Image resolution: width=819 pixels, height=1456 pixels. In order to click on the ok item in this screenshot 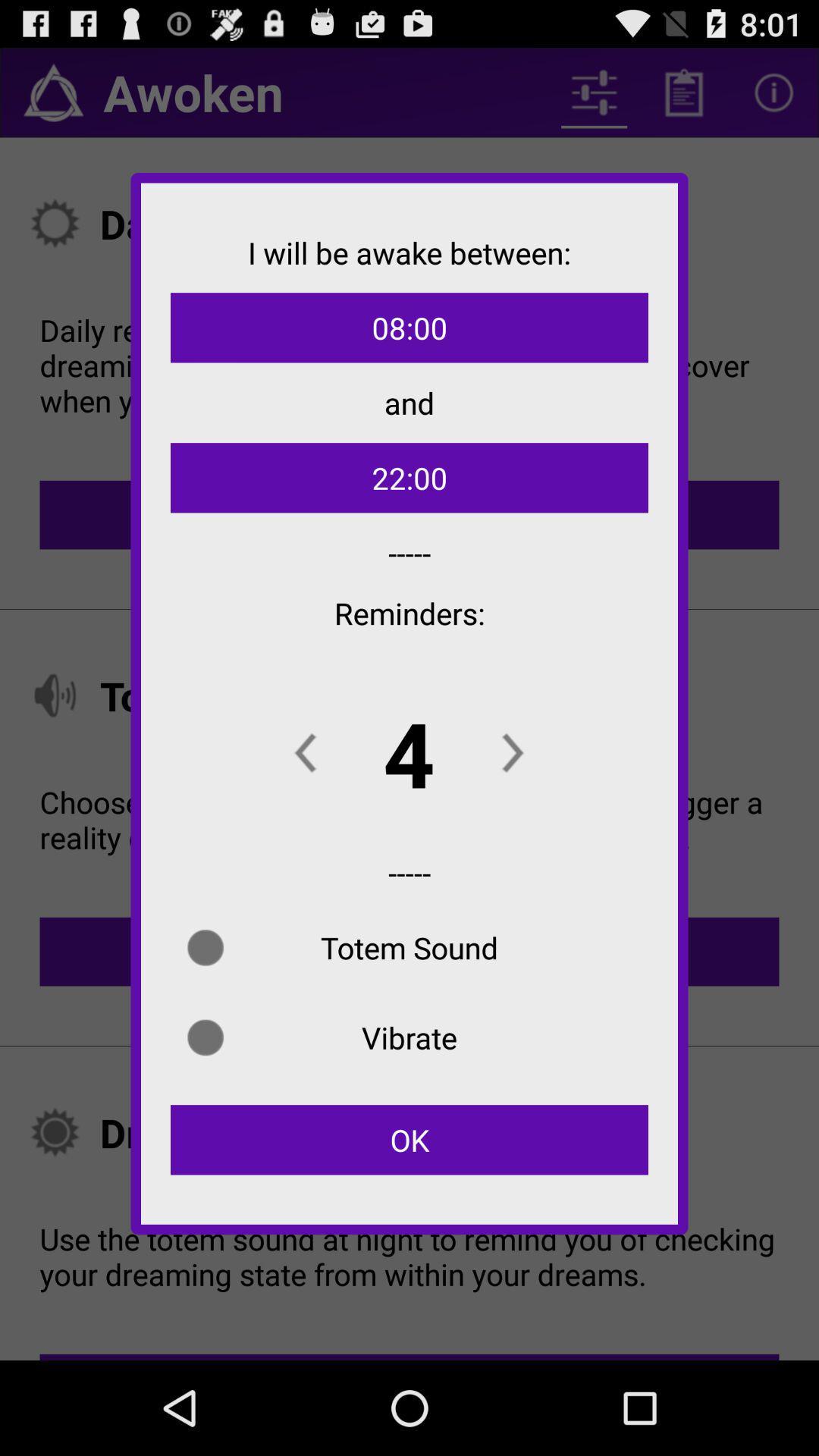, I will do `click(409, 1140)`.